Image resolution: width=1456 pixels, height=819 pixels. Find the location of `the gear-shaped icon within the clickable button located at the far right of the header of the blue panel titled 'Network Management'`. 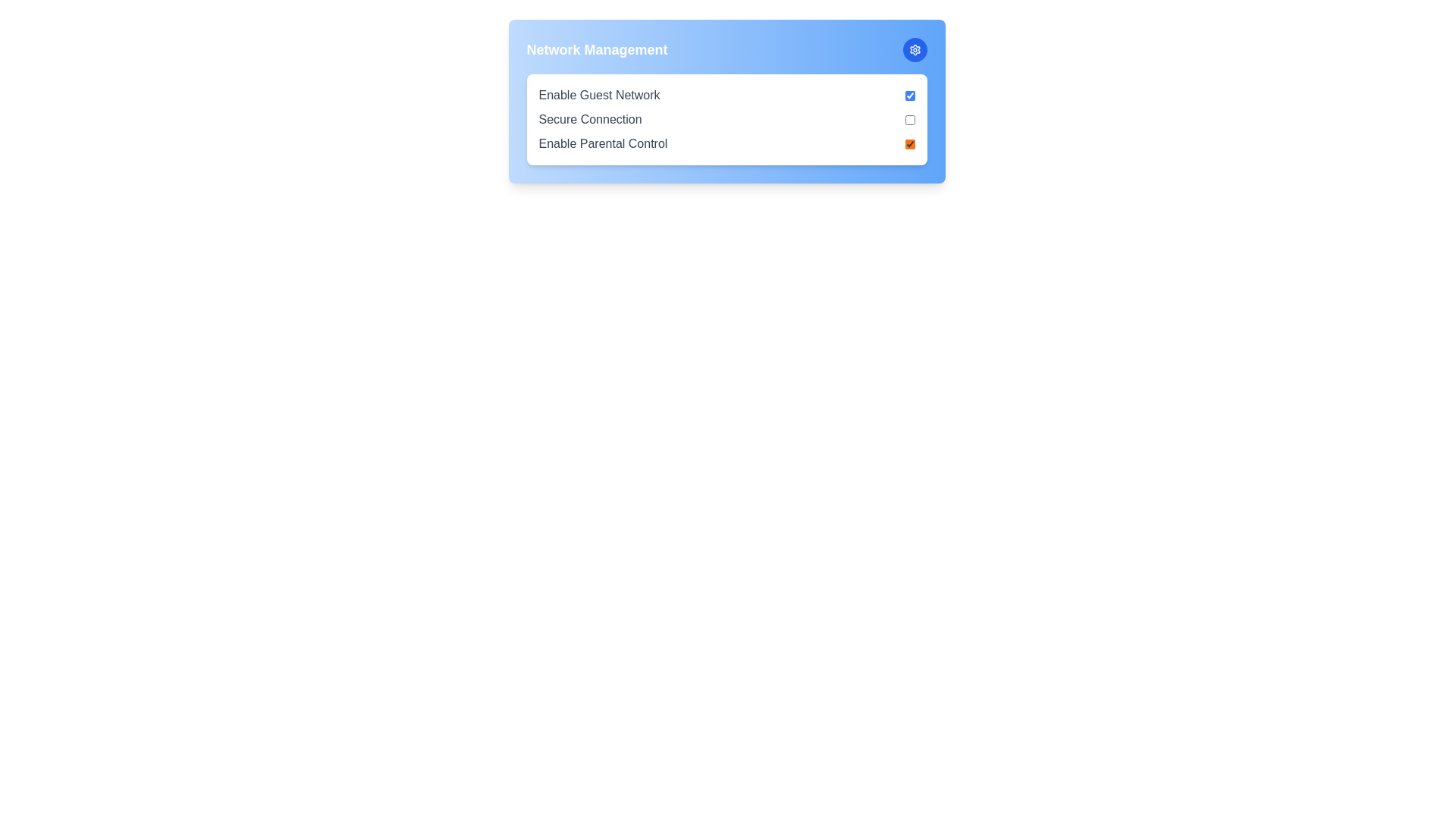

the gear-shaped icon within the clickable button located at the far right of the header of the blue panel titled 'Network Management' is located at coordinates (914, 49).